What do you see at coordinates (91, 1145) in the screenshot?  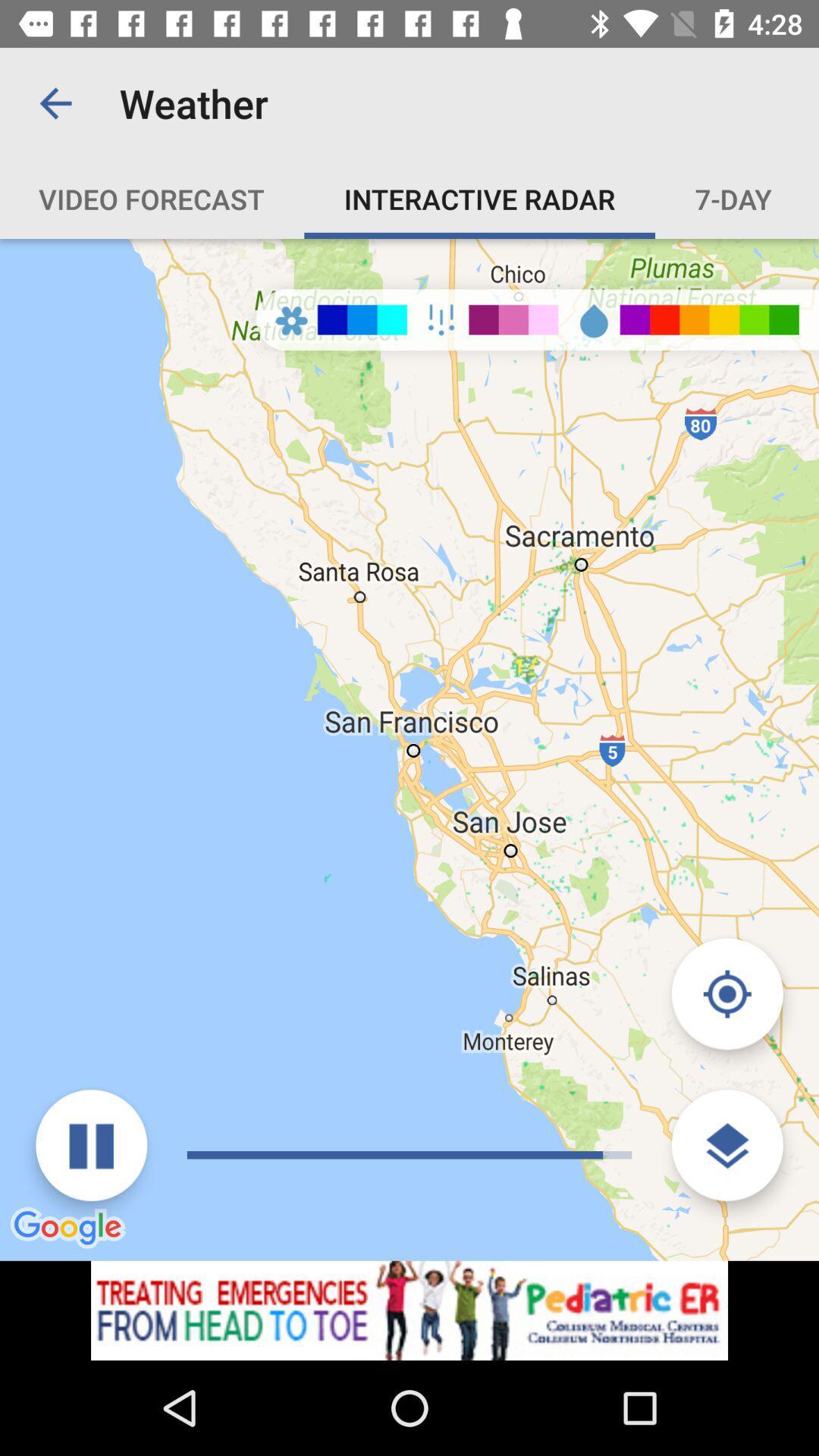 I see `the pause icon` at bounding box center [91, 1145].